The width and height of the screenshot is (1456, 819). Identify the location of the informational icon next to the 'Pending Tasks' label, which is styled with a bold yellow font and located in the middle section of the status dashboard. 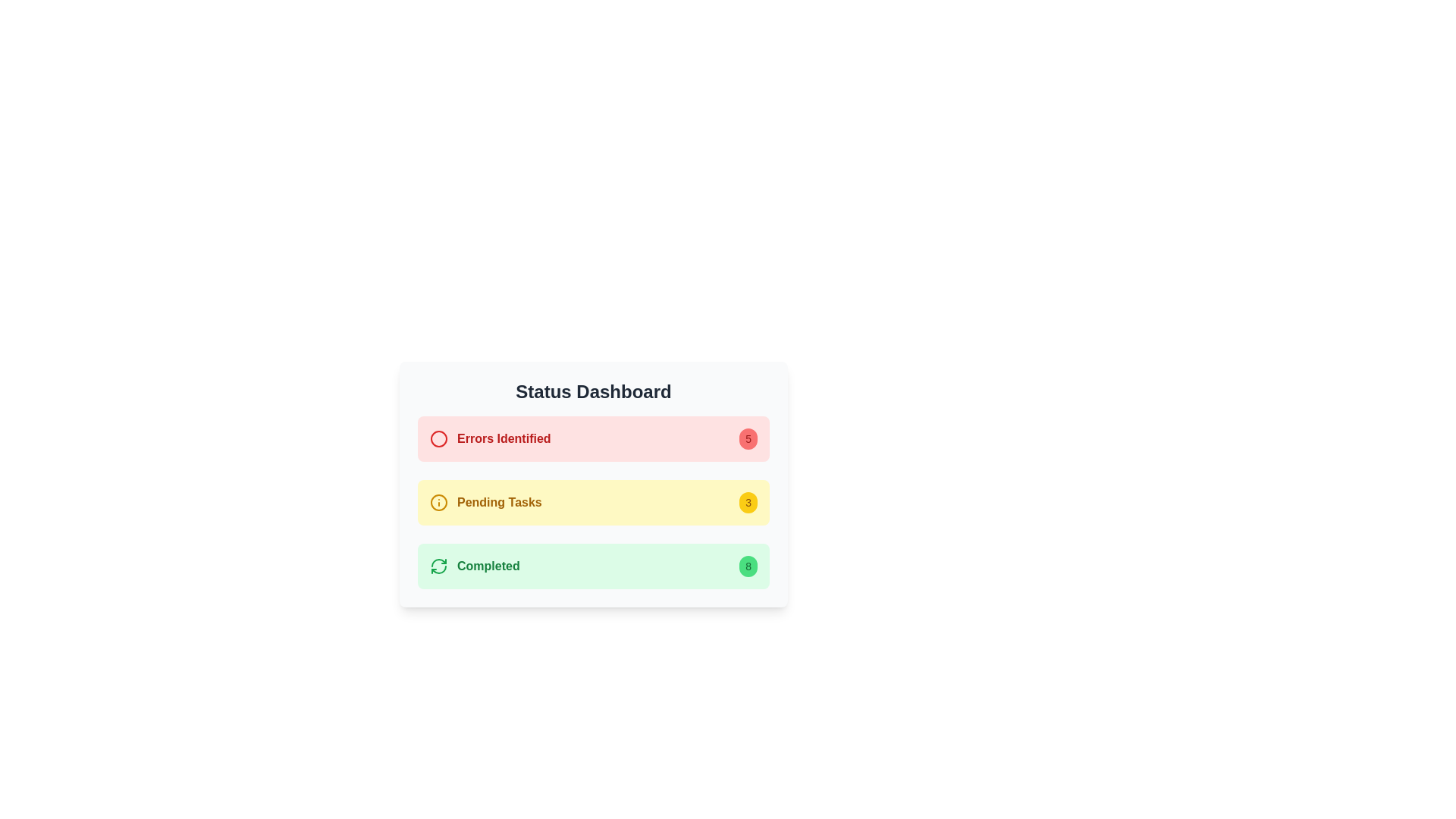
(485, 503).